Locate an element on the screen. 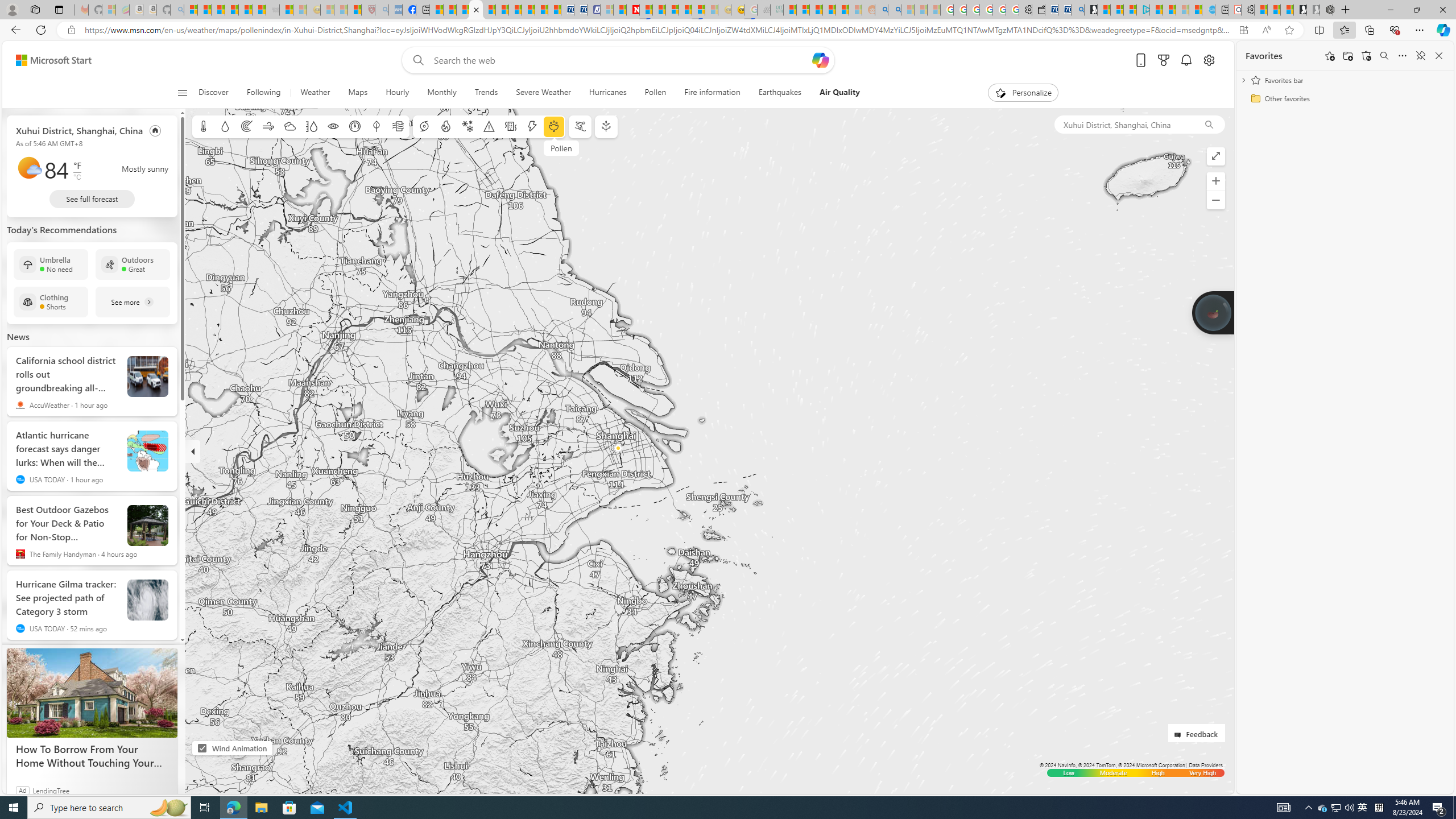 The image size is (1456, 819). 'Latest Politics News & Archive | Newsweek.com' is located at coordinates (632, 9).